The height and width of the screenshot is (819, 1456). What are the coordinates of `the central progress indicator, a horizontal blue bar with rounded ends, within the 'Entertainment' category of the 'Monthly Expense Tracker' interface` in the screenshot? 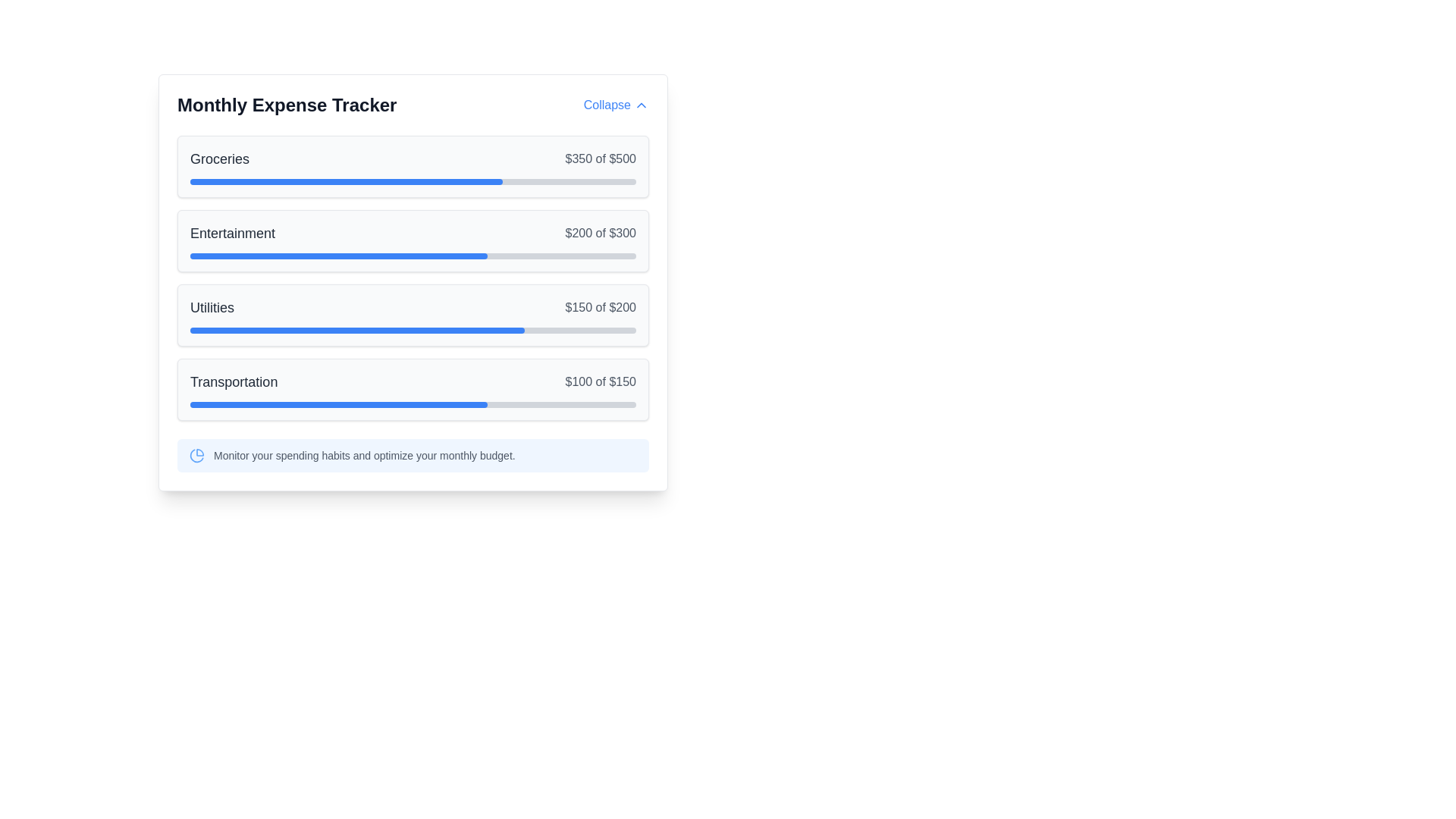 It's located at (337, 256).